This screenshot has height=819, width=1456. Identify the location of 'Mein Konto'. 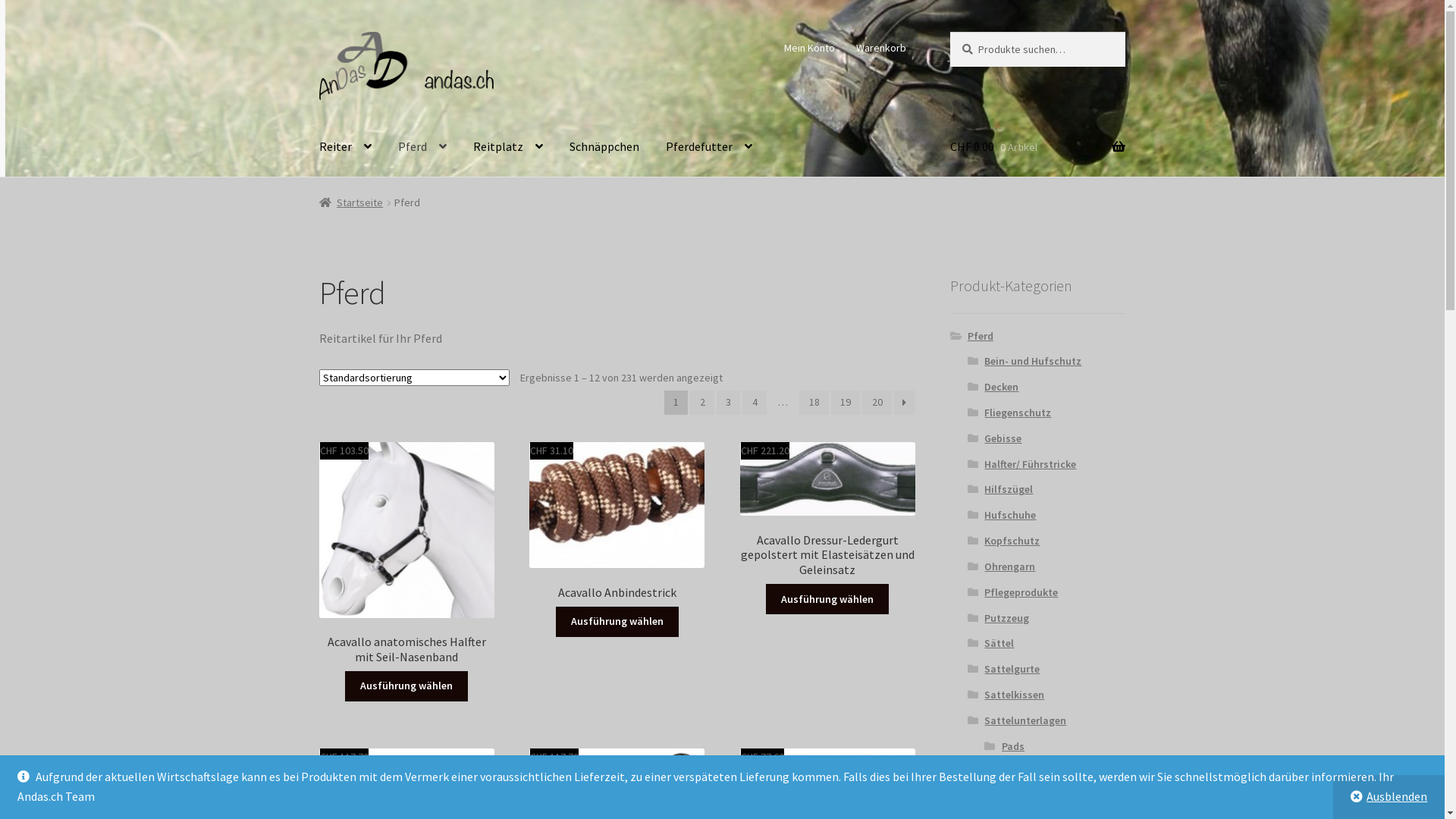
(809, 46).